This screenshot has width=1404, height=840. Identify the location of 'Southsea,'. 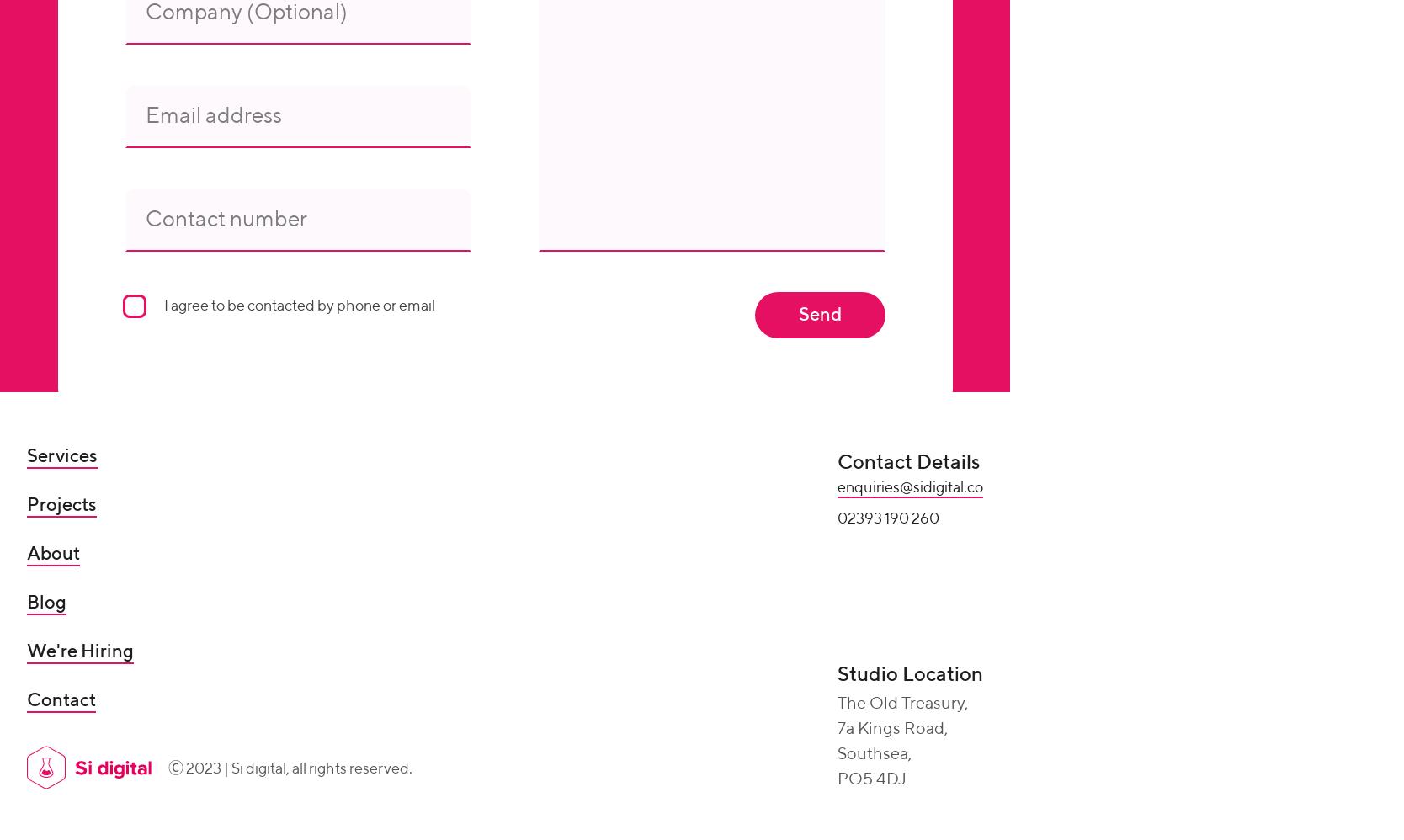
(874, 754).